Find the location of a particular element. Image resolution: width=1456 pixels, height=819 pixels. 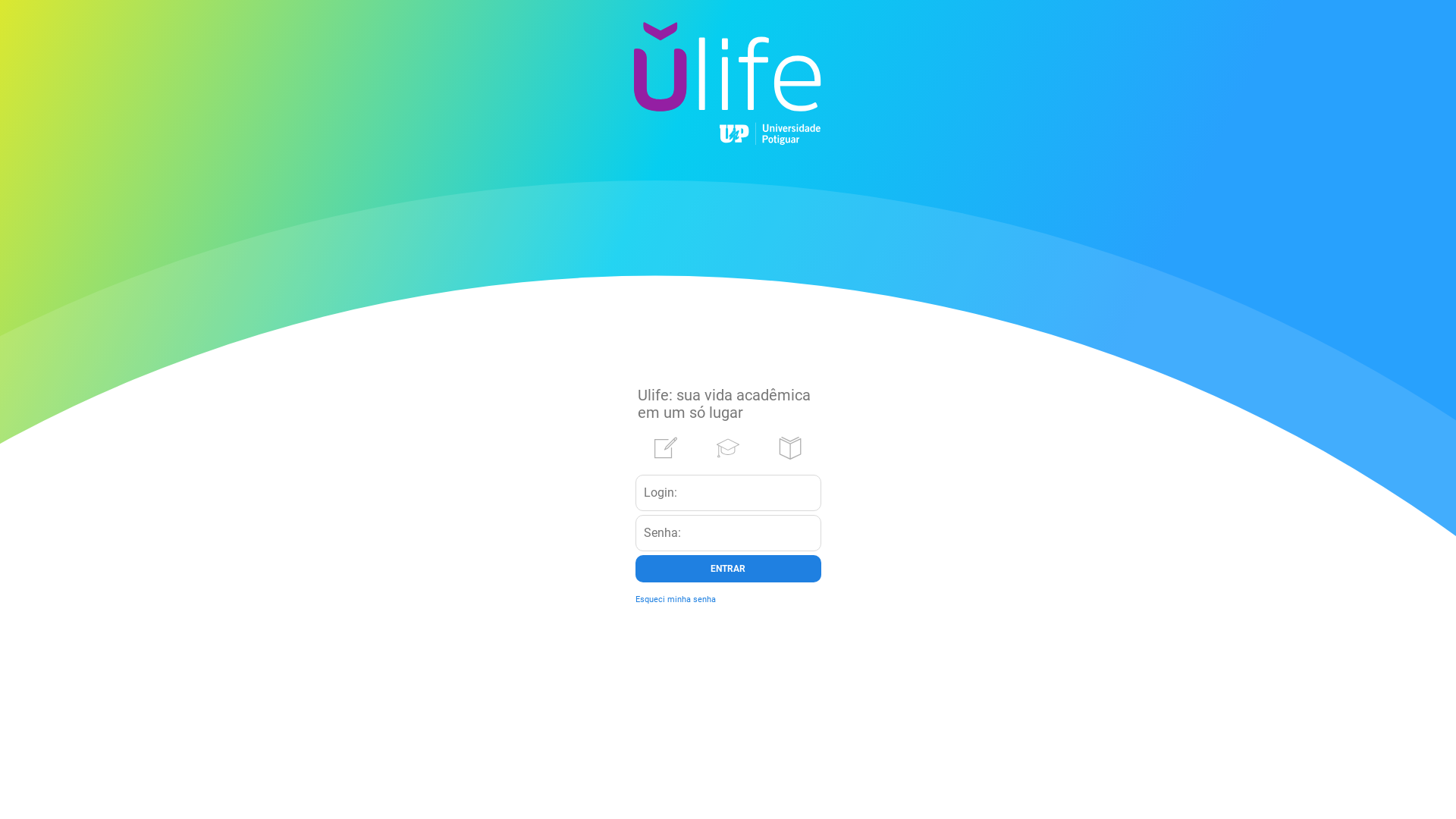

'Esqueci minha senha' is located at coordinates (675, 598).